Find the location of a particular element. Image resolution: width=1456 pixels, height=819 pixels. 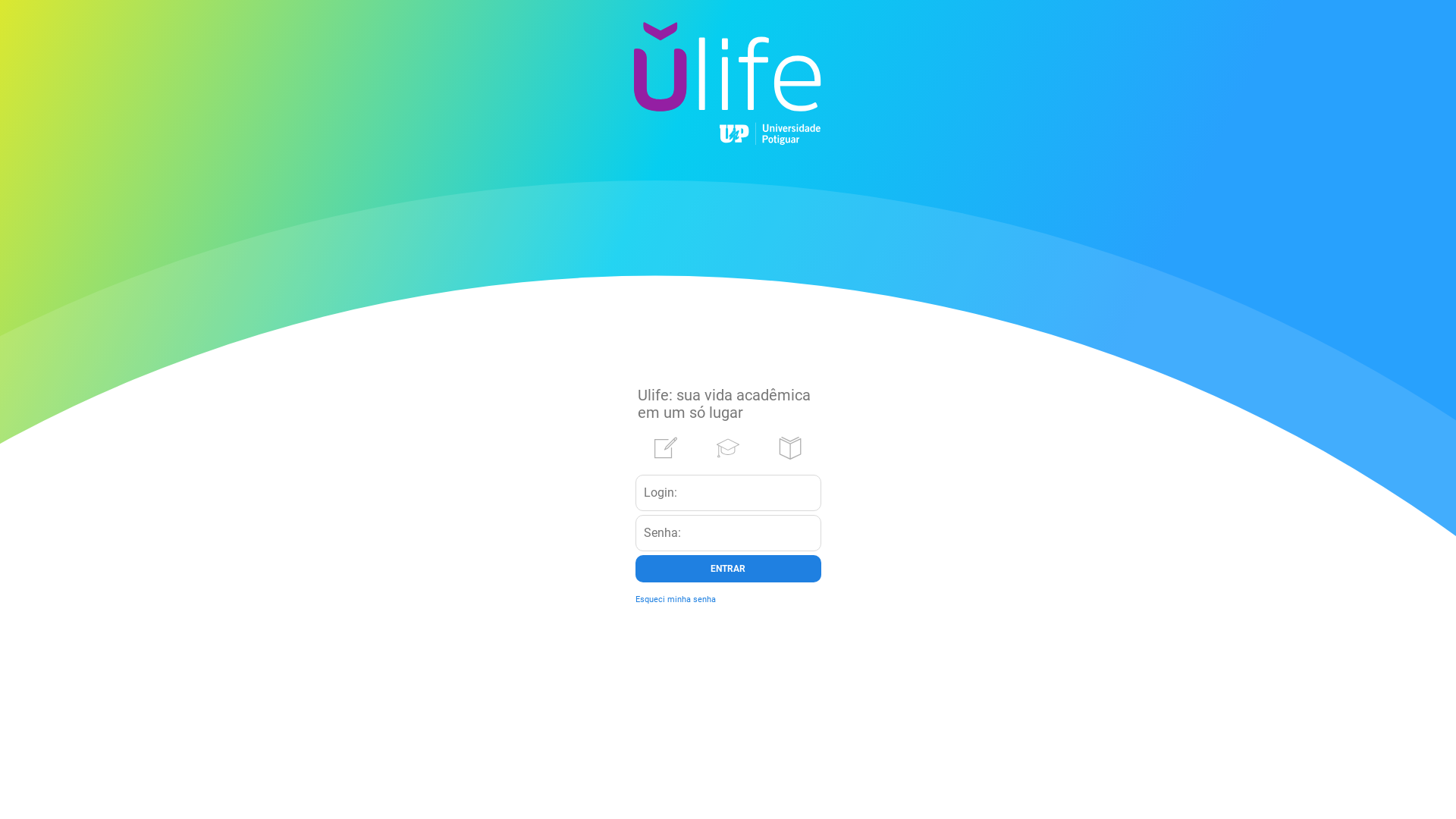

'Esqueci minha senha' is located at coordinates (675, 598).